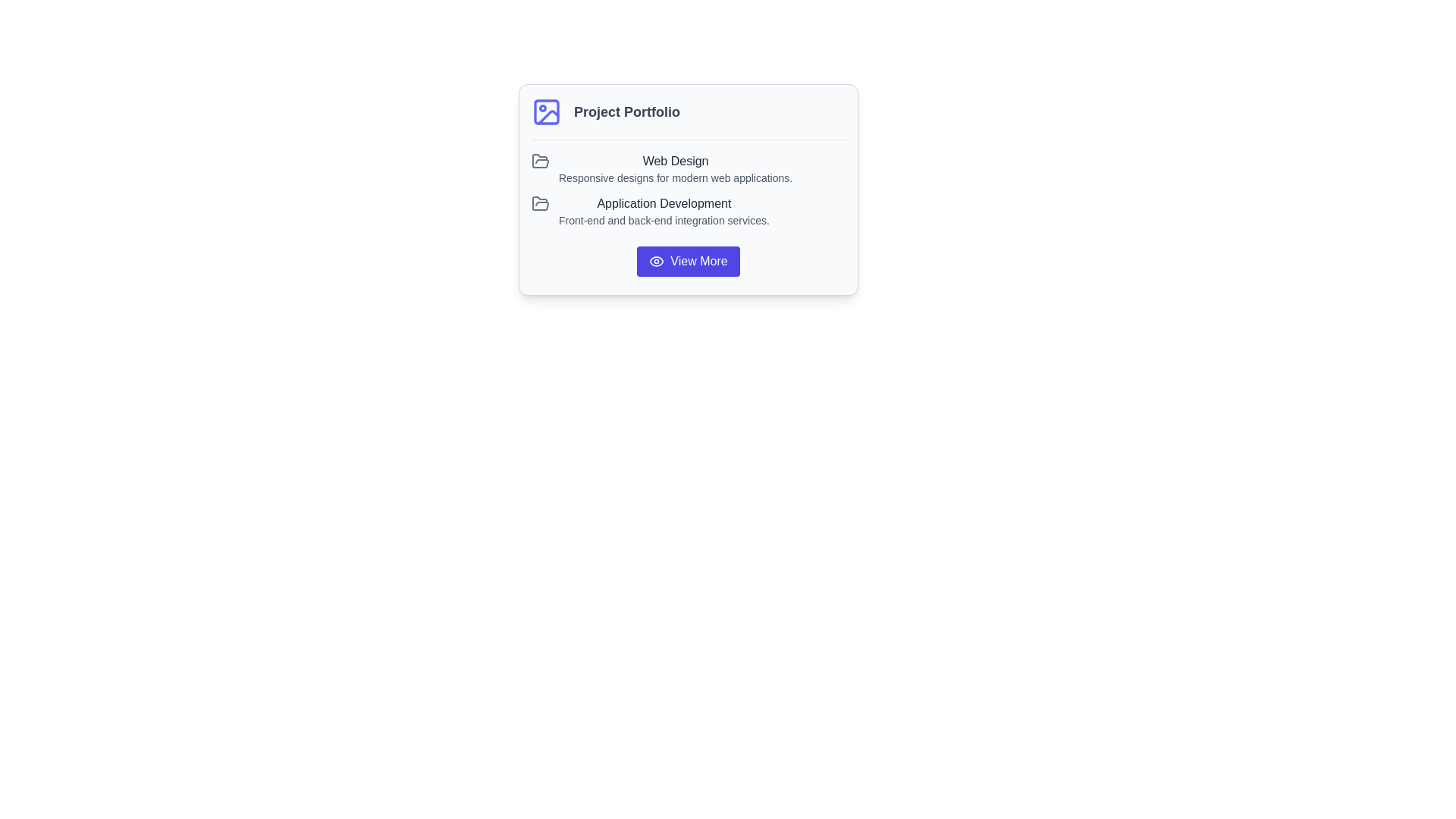 The image size is (1456, 819). What do you see at coordinates (664, 203) in the screenshot?
I see `text from the second bolded text label within the 'Project Portfolio' card, located below the 'Web Design' label` at bounding box center [664, 203].